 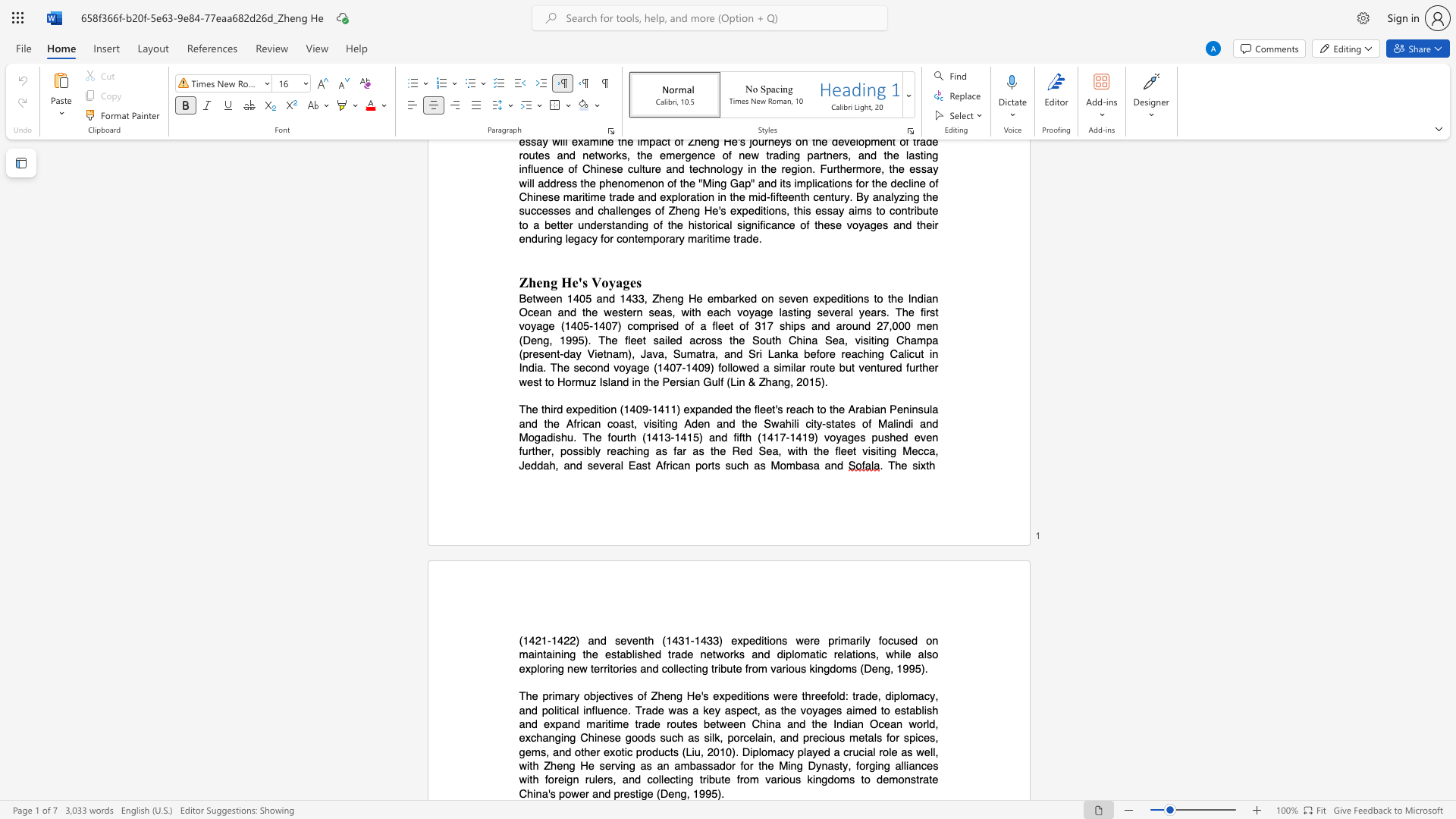 I want to click on the subset text "'s power" within the text "China", so click(x=547, y=792).